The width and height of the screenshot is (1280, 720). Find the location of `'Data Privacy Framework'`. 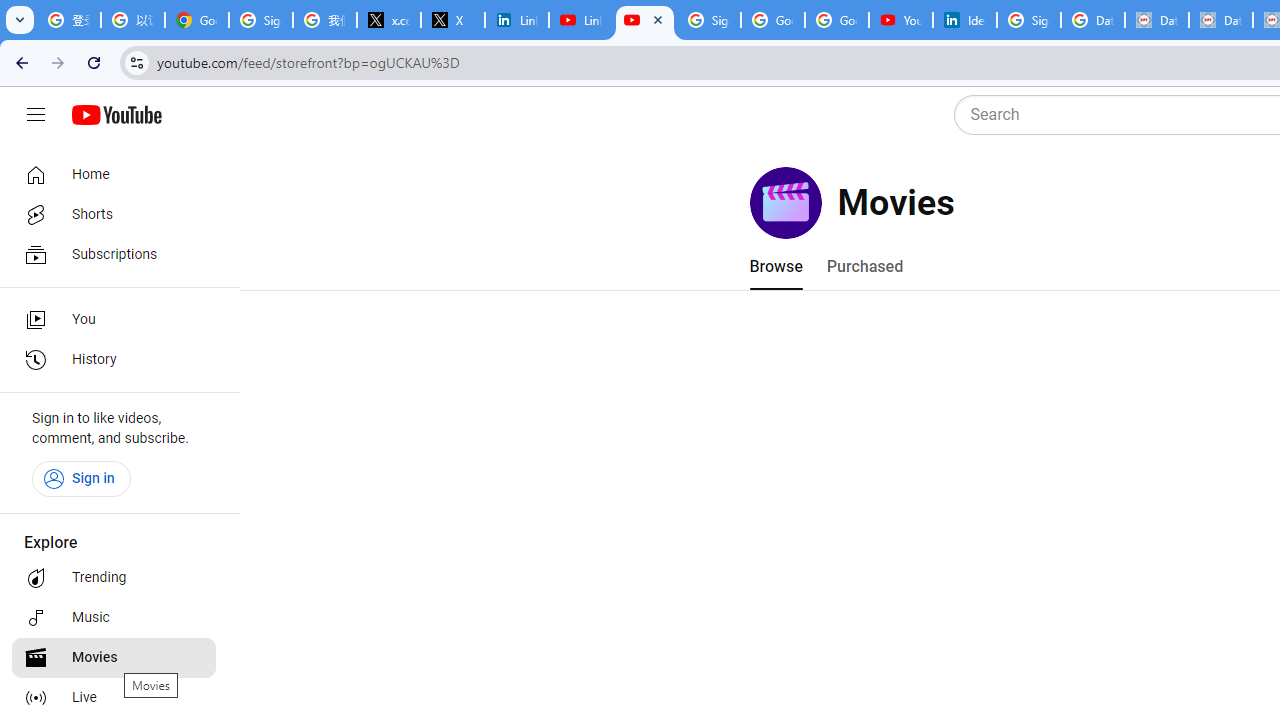

'Data Privacy Framework' is located at coordinates (1157, 20).